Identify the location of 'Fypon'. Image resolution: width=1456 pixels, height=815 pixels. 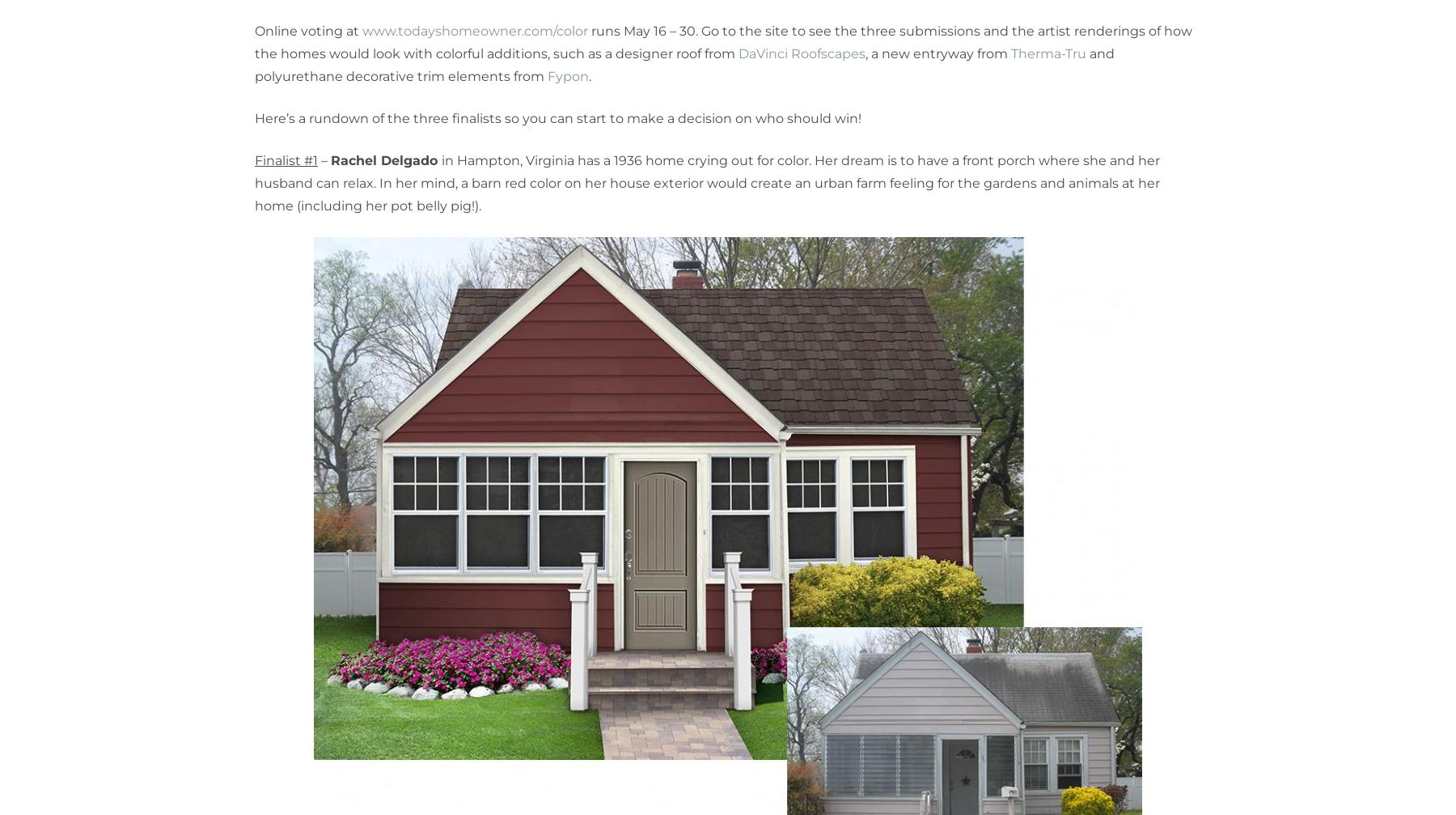
(567, 76).